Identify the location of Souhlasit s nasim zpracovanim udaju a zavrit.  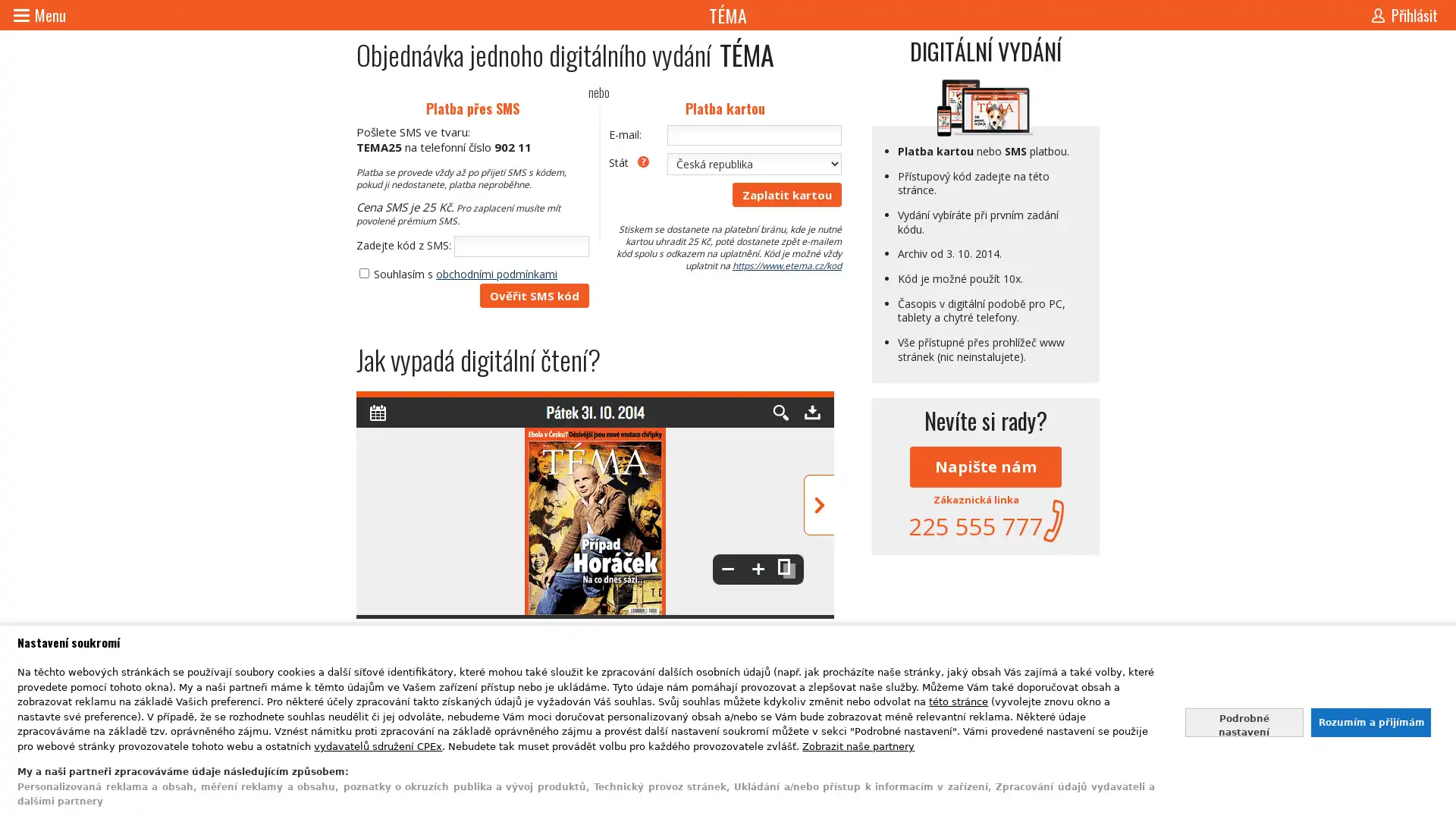
(1370, 721).